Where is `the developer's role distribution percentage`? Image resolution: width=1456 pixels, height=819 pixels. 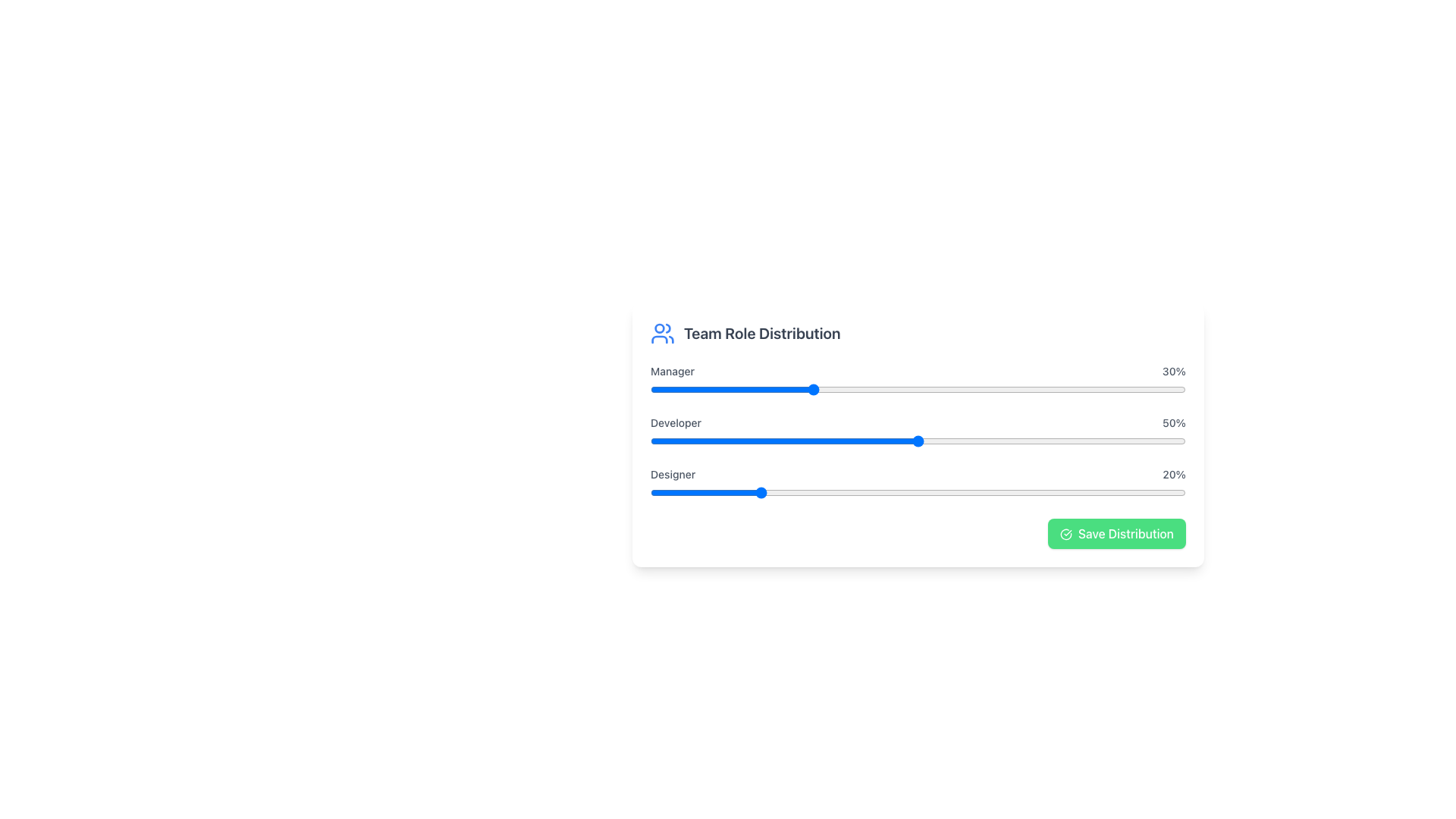 the developer's role distribution percentage is located at coordinates (742, 441).